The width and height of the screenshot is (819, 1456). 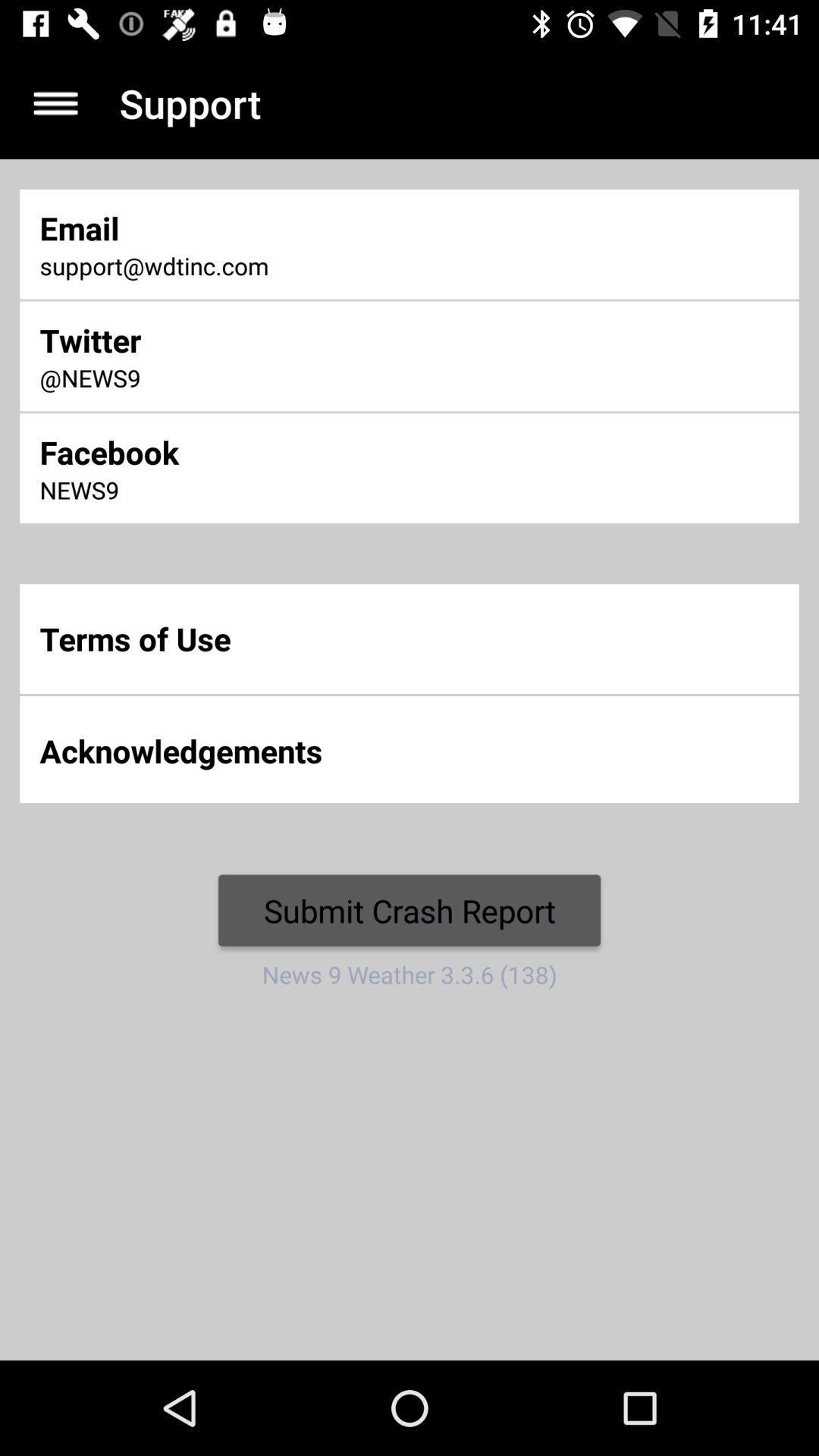 I want to click on the item below @news9, so click(x=271, y=451).